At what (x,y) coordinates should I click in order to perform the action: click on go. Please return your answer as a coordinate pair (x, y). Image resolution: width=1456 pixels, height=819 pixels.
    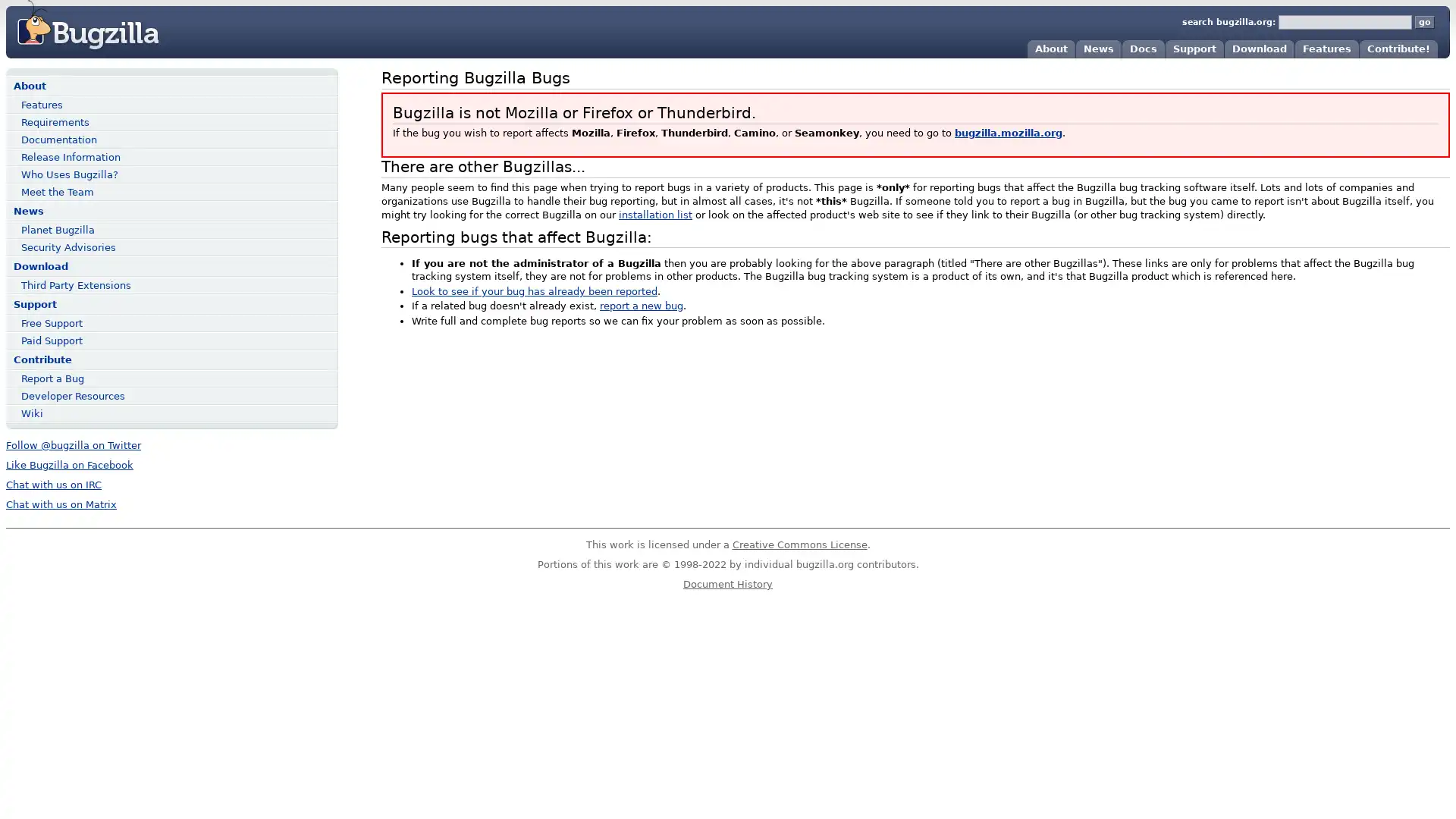
    Looking at the image, I should click on (1423, 22).